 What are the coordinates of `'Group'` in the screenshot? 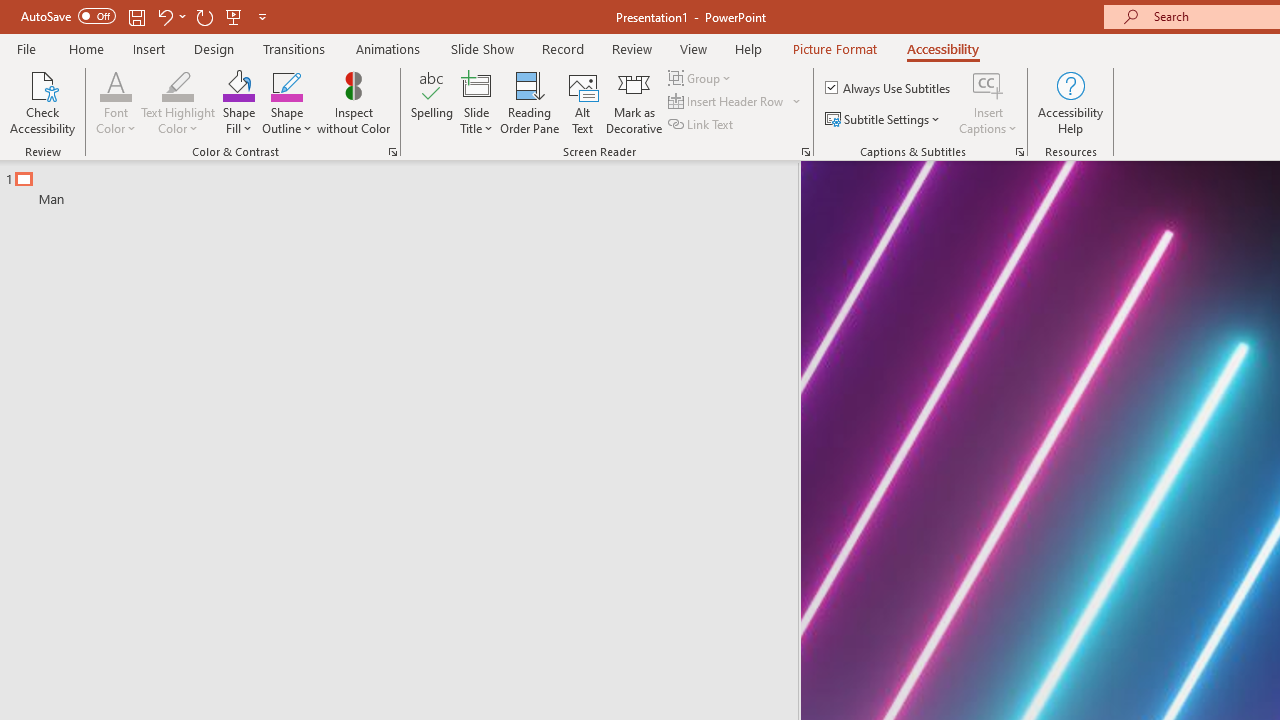 It's located at (702, 77).